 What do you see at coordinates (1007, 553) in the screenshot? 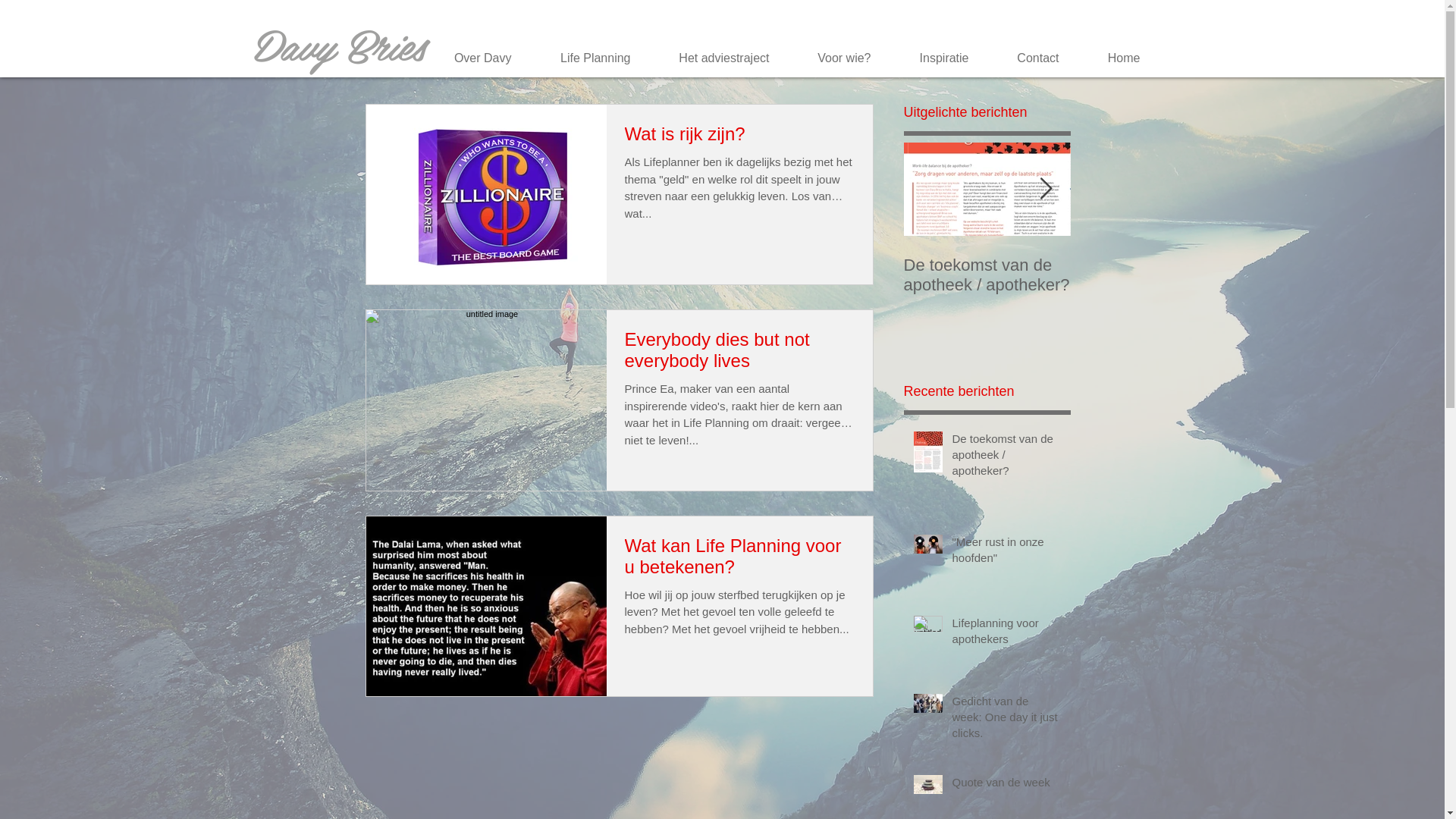
I see `'"Meer rust in onze hoofden"'` at bounding box center [1007, 553].